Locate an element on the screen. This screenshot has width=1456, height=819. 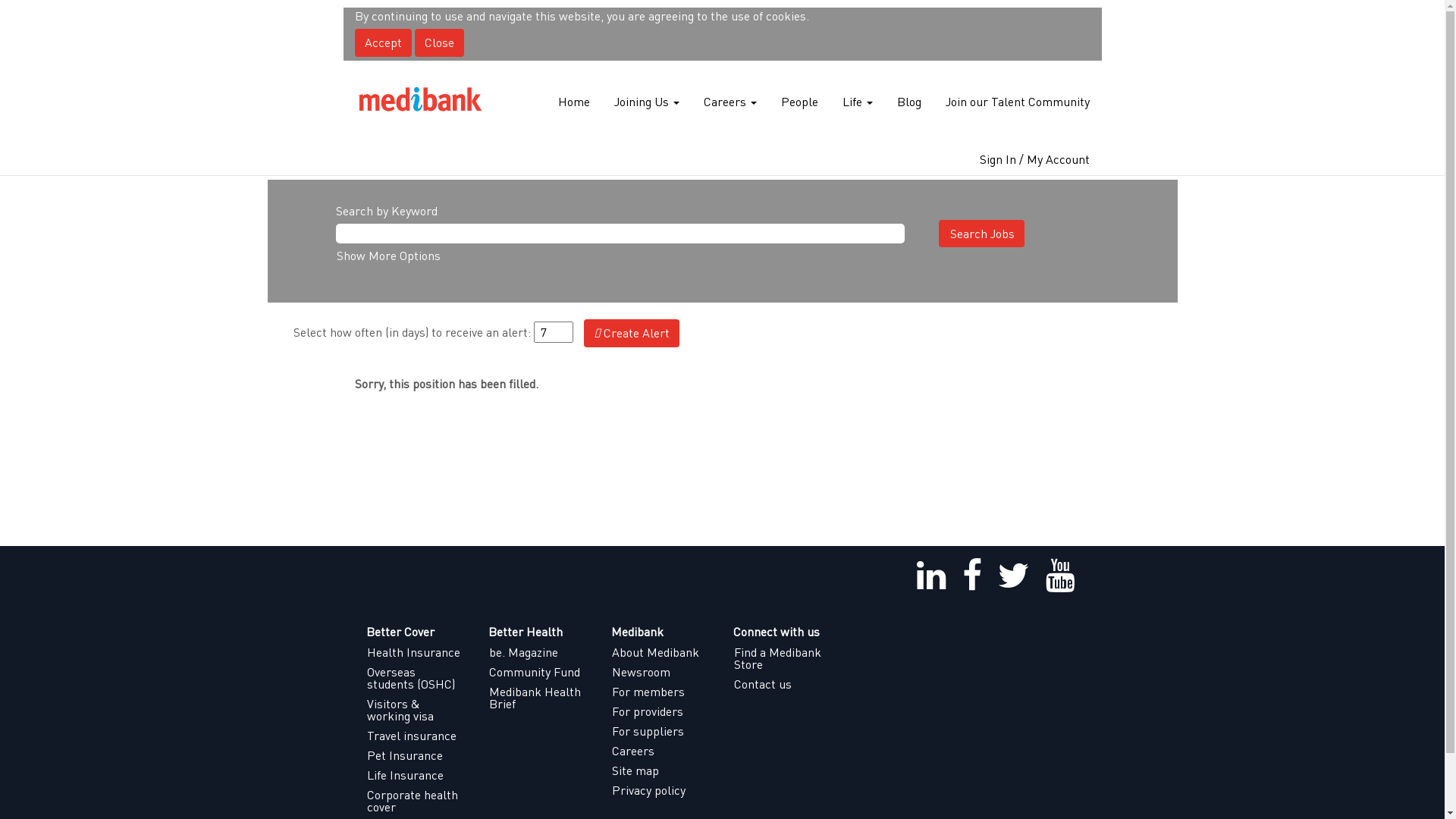
'Show More Options' is located at coordinates (388, 254).